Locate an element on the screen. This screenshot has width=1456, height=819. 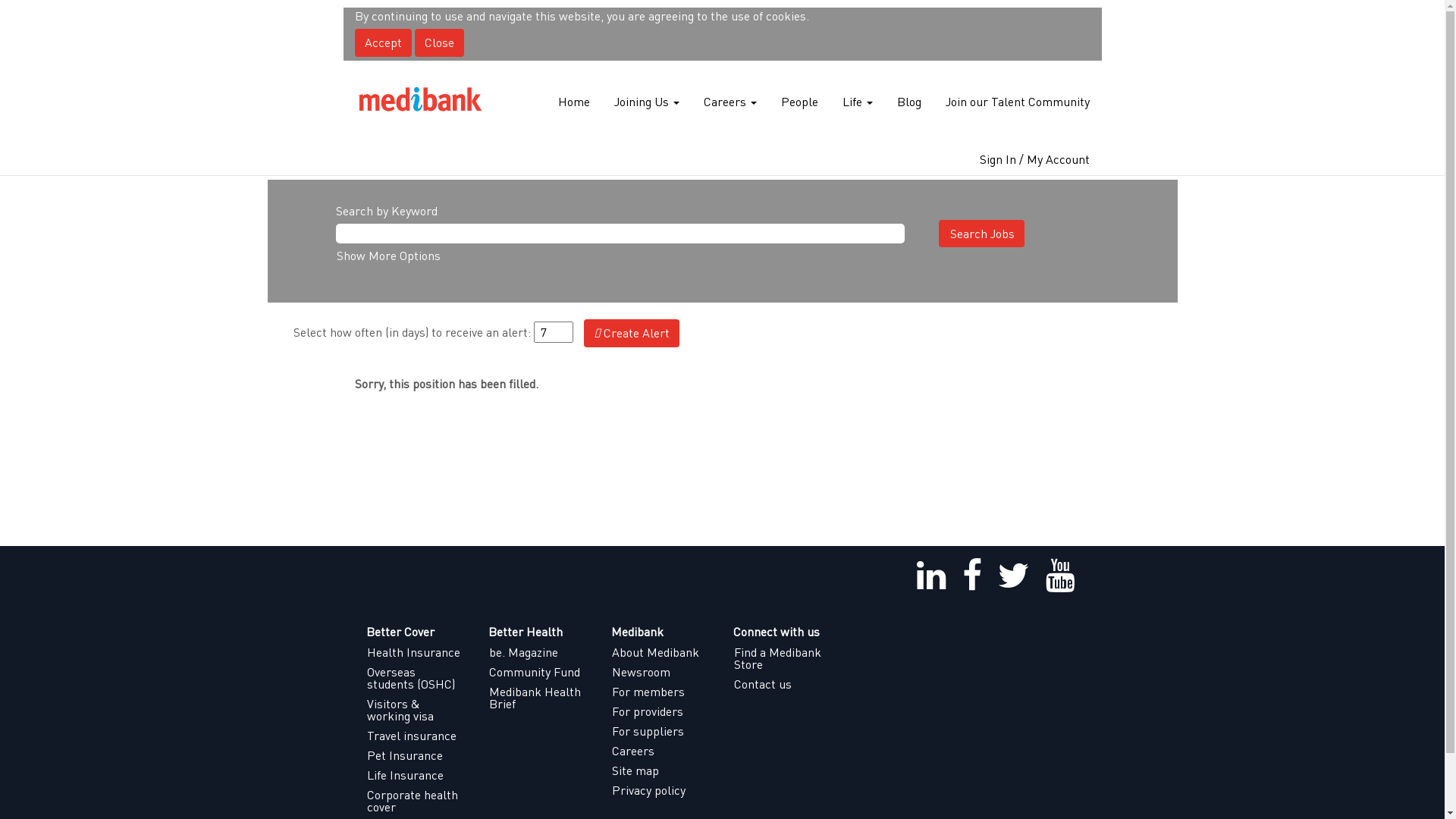
'Show More Options' is located at coordinates (388, 254).